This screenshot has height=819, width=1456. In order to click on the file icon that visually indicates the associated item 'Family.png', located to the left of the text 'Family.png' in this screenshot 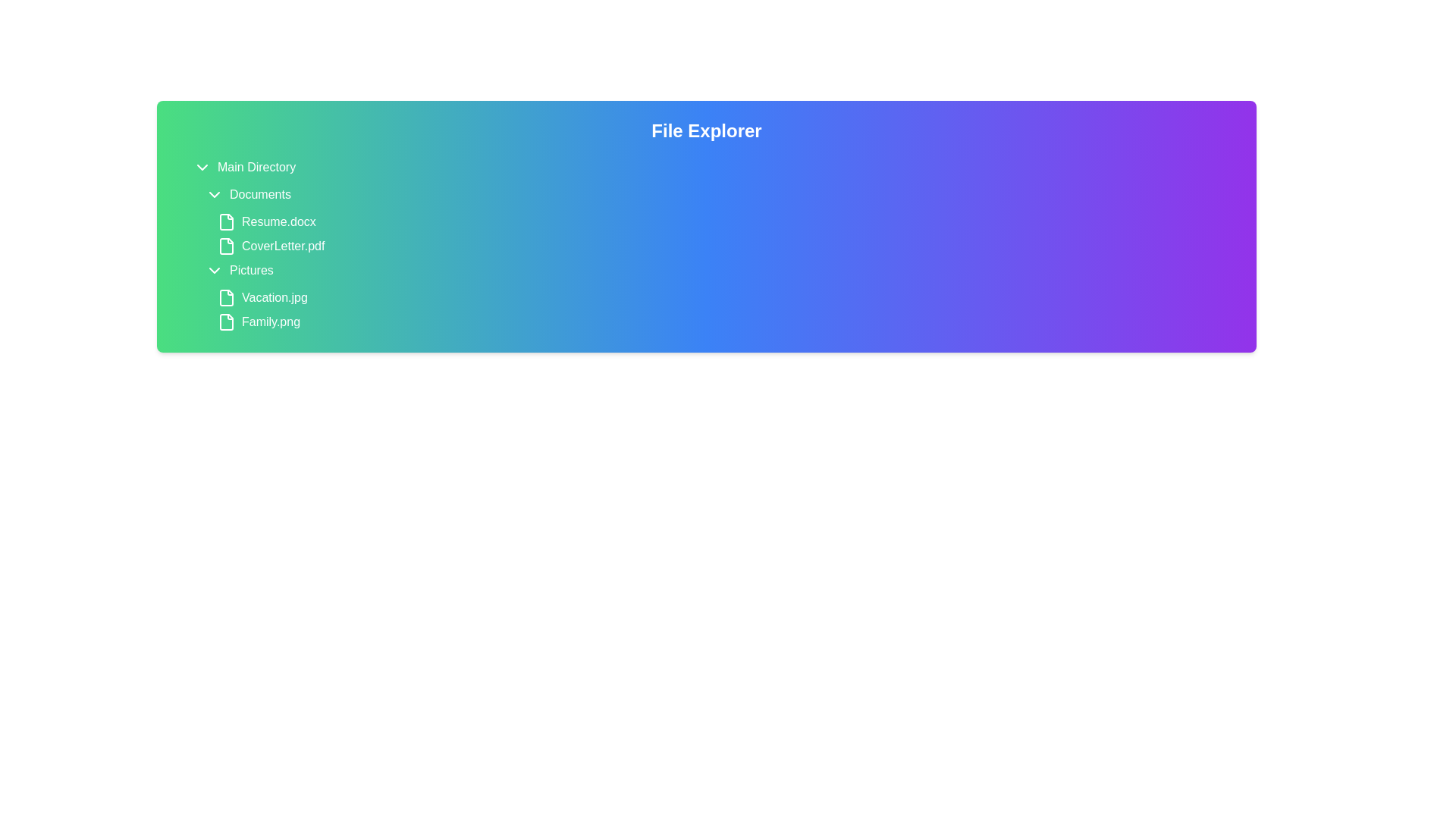, I will do `click(225, 321)`.